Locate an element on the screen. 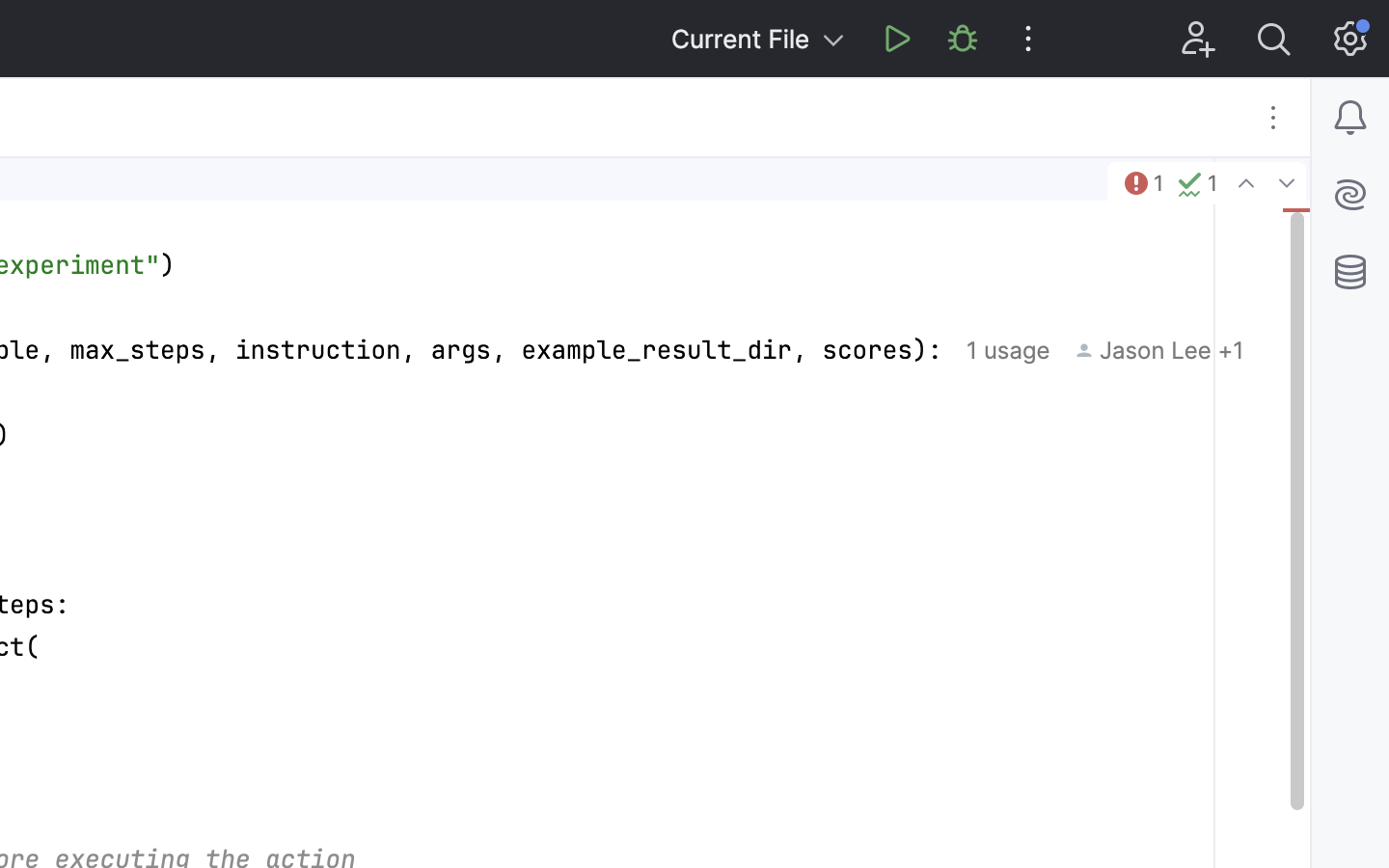 The height and width of the screenshot is (868, 1389). '1' is located at coordinates (1141, 182).